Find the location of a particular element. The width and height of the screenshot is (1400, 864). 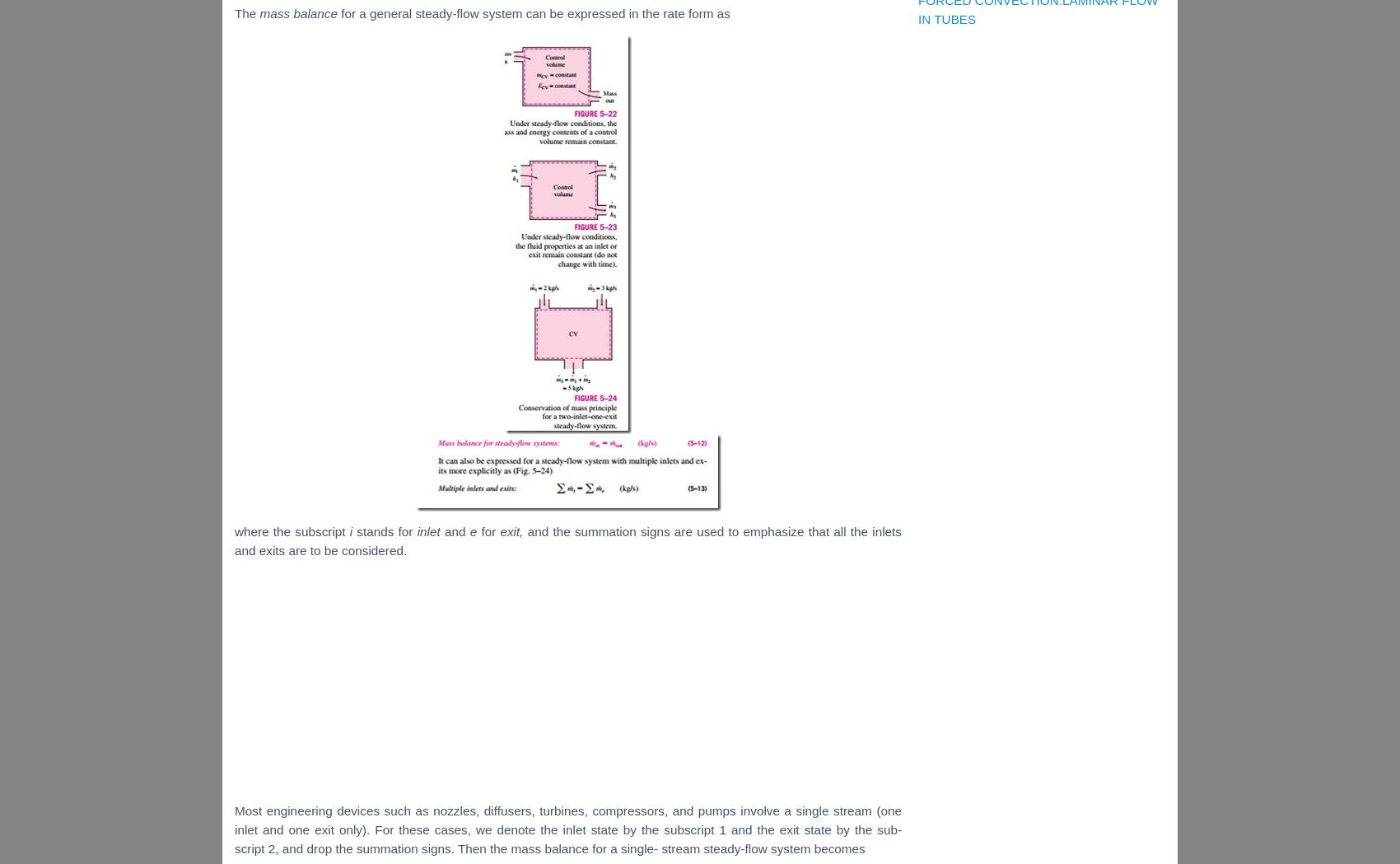

'mas' is located at coordinates (270, 12).